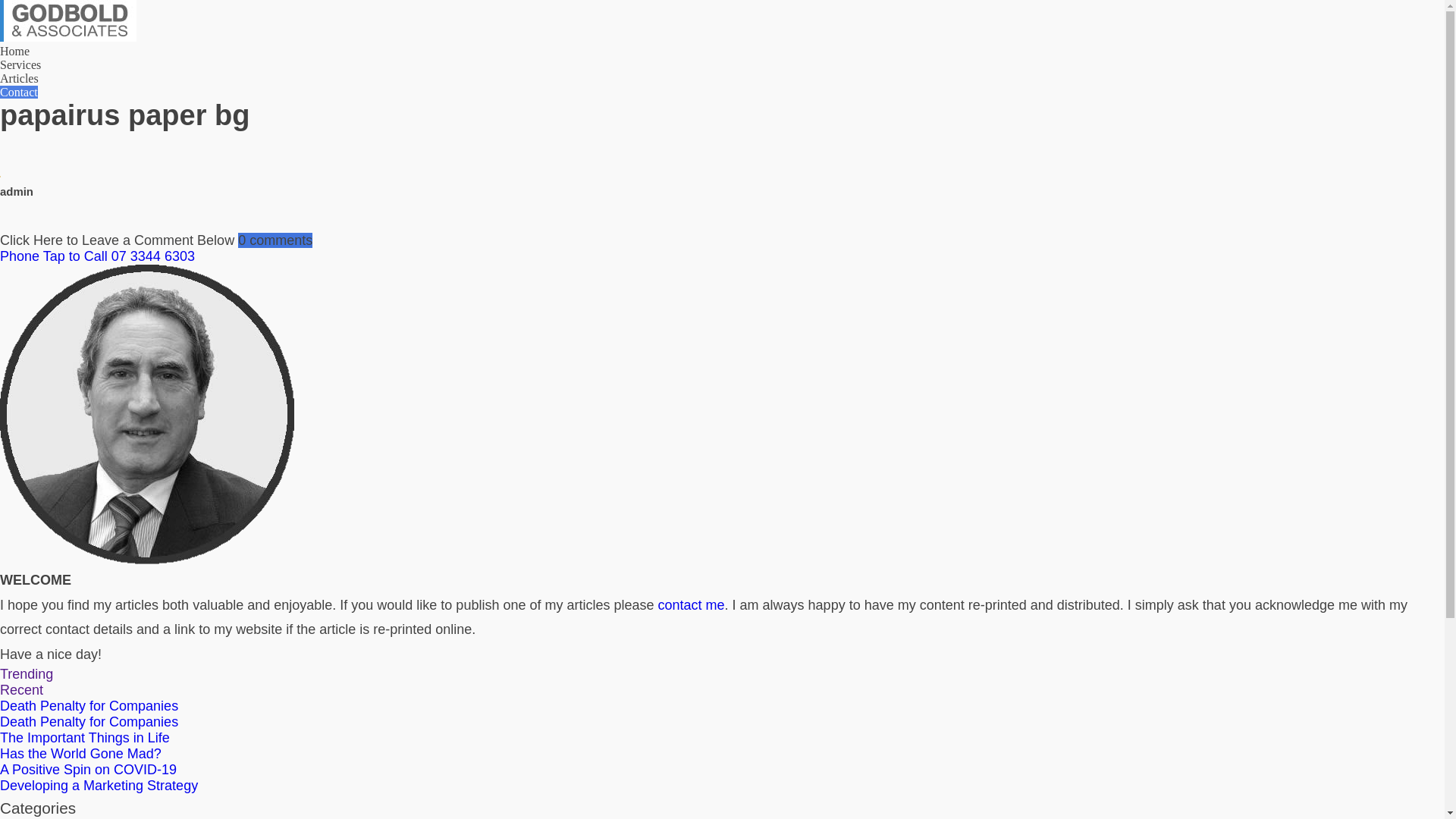 This screenshot has height=819, width=1456. Describe the element at coordinates (88, 721) in the screenshot. I see `'Death Penalty for Companies'` at that location.